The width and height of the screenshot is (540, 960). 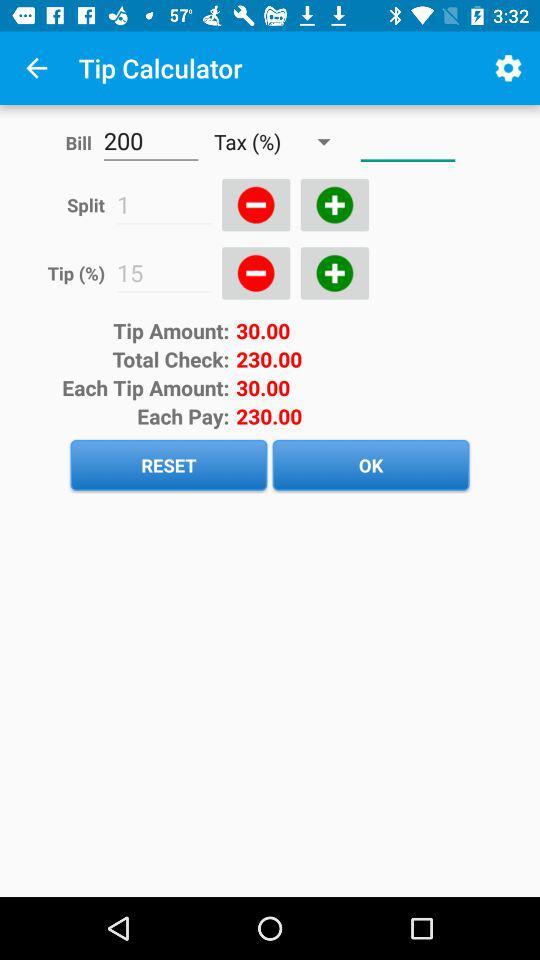 What do you see at coordinates (334, 272) in the screenshot?
I see `increase tip percentage` at bounding box center [334, 272].